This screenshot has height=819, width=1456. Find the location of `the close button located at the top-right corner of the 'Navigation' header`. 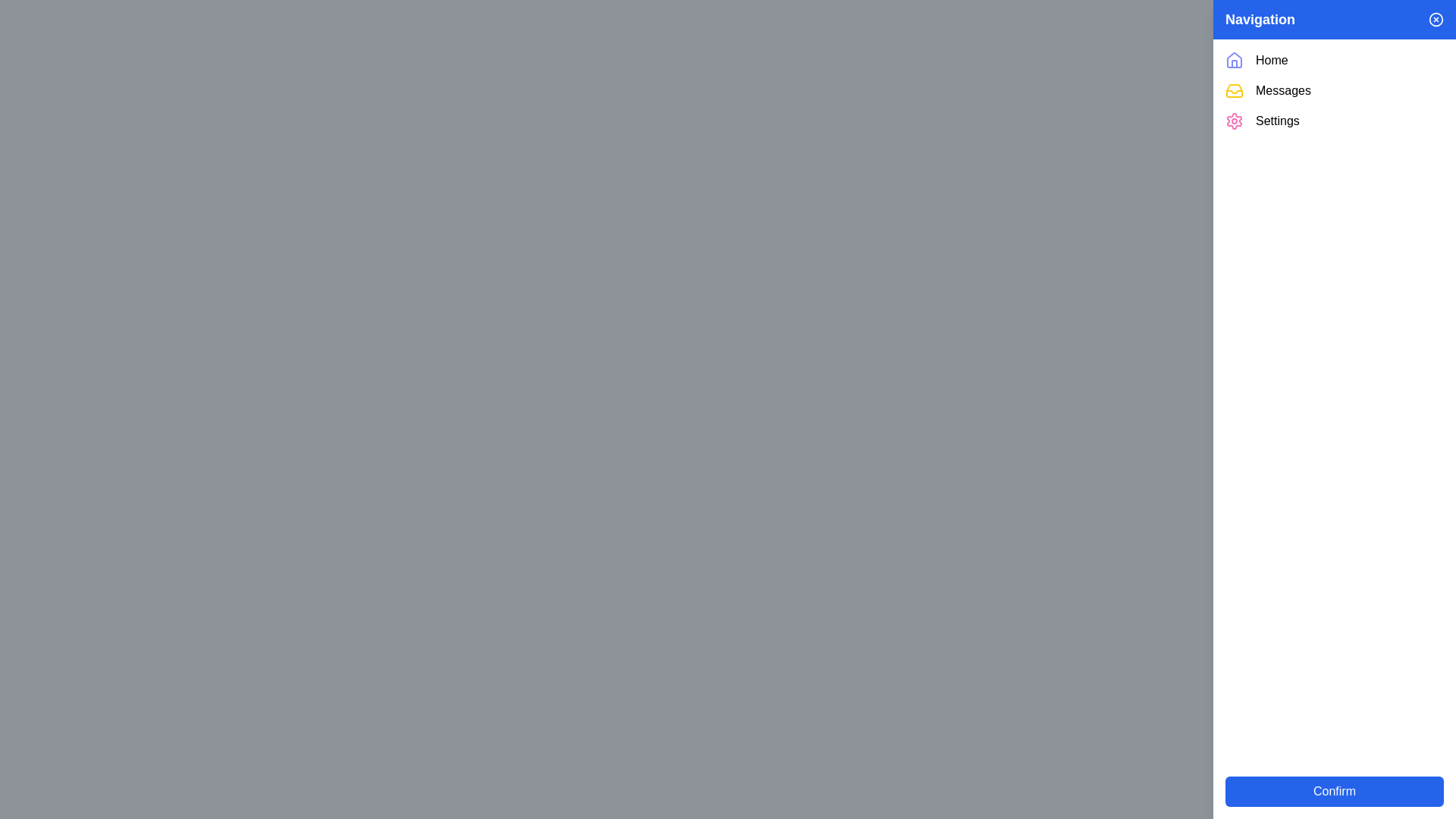

the close button located at the top-right corner of the 'Navigation' header is located at coordinates (1436, 20).